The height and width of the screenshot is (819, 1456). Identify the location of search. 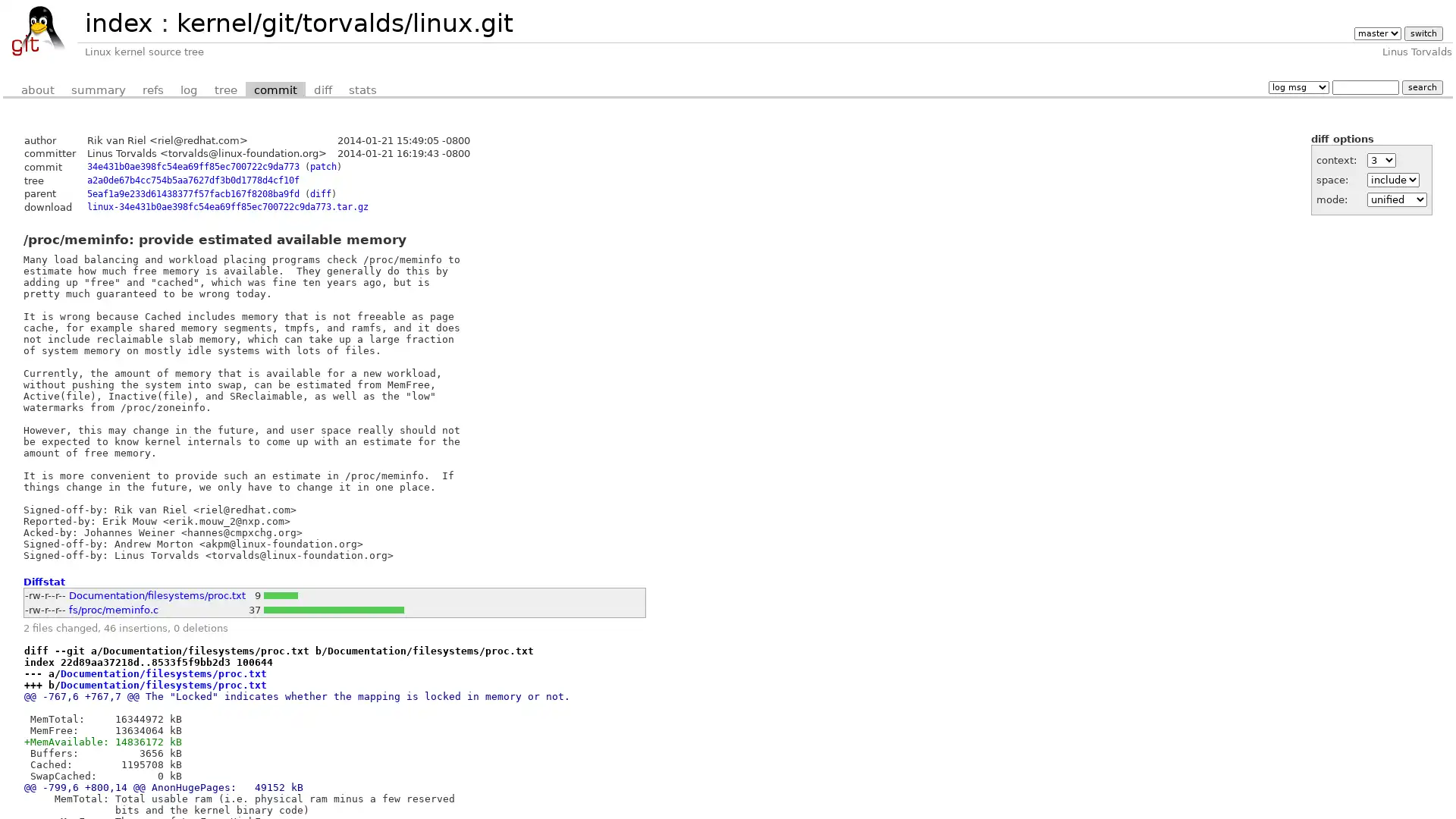
(1421, 86).